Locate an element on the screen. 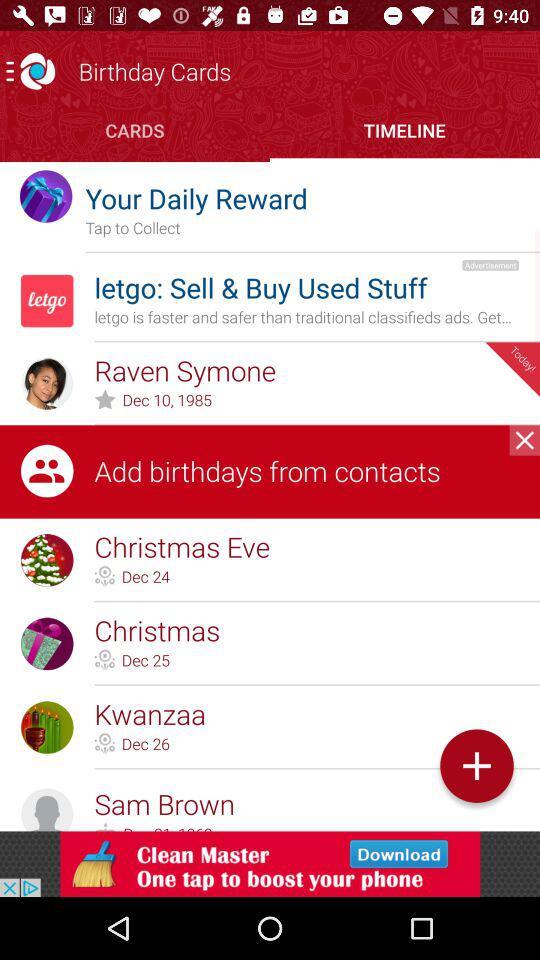 The width and height of the screenshot is (540, 960). cancel is located at coordinates (524, 440).